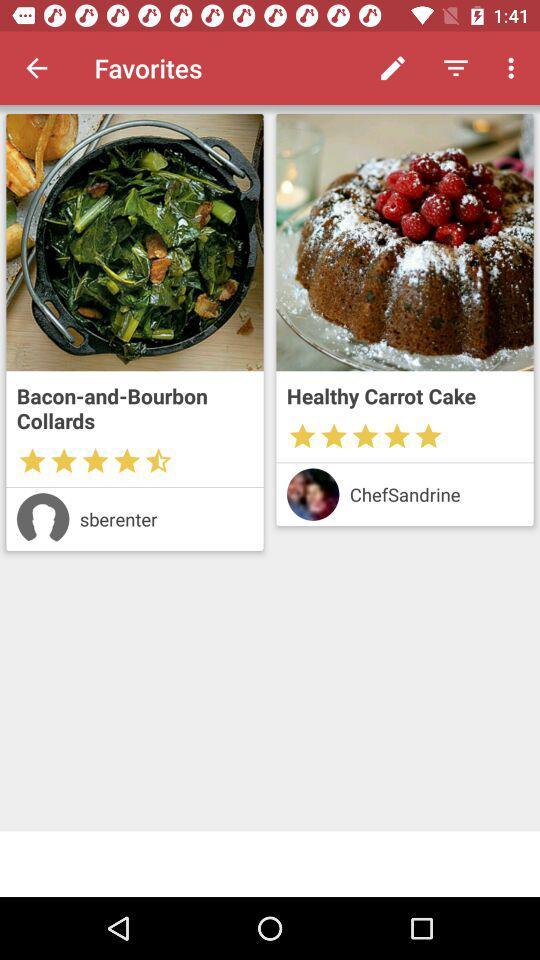  I want to click on recipe, so click(135, 241).